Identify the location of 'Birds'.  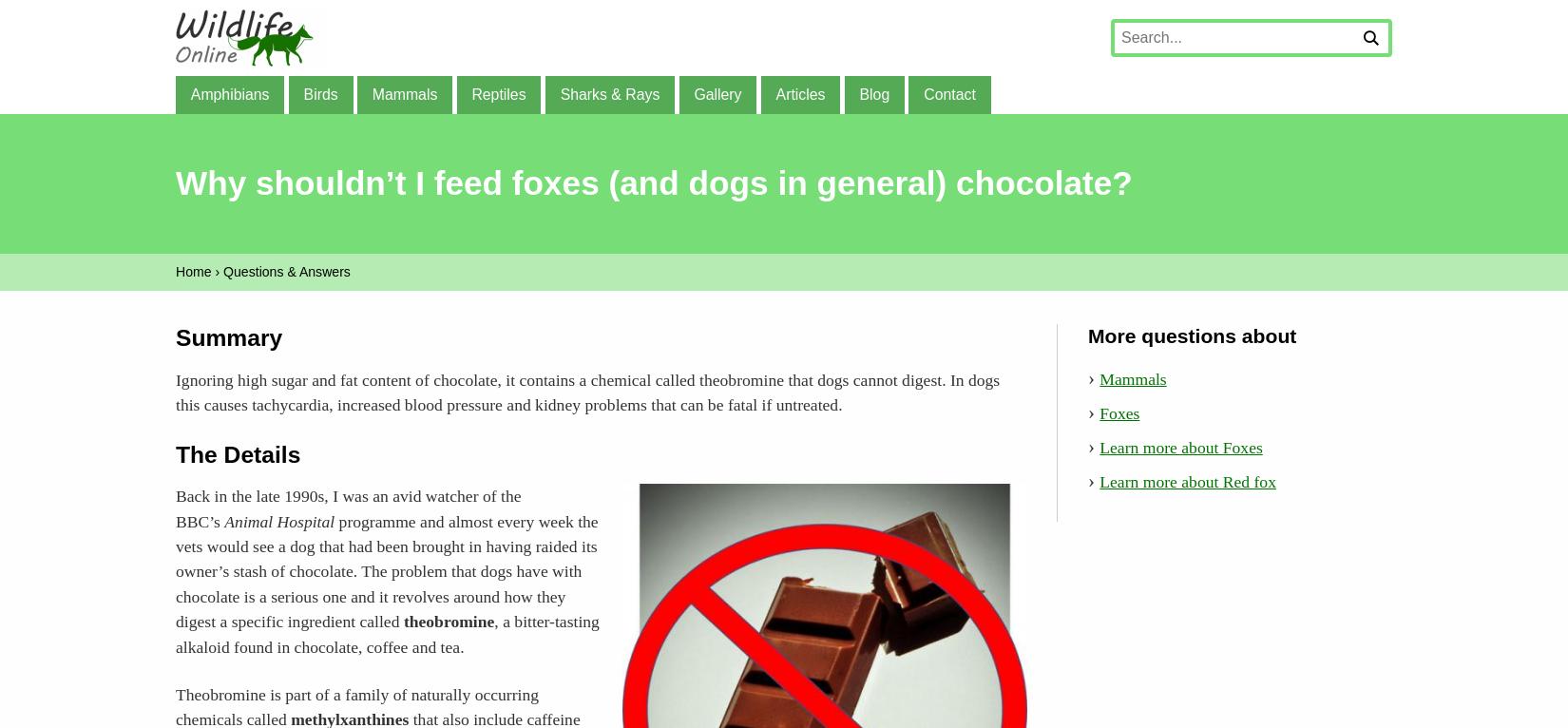
(319, 92).